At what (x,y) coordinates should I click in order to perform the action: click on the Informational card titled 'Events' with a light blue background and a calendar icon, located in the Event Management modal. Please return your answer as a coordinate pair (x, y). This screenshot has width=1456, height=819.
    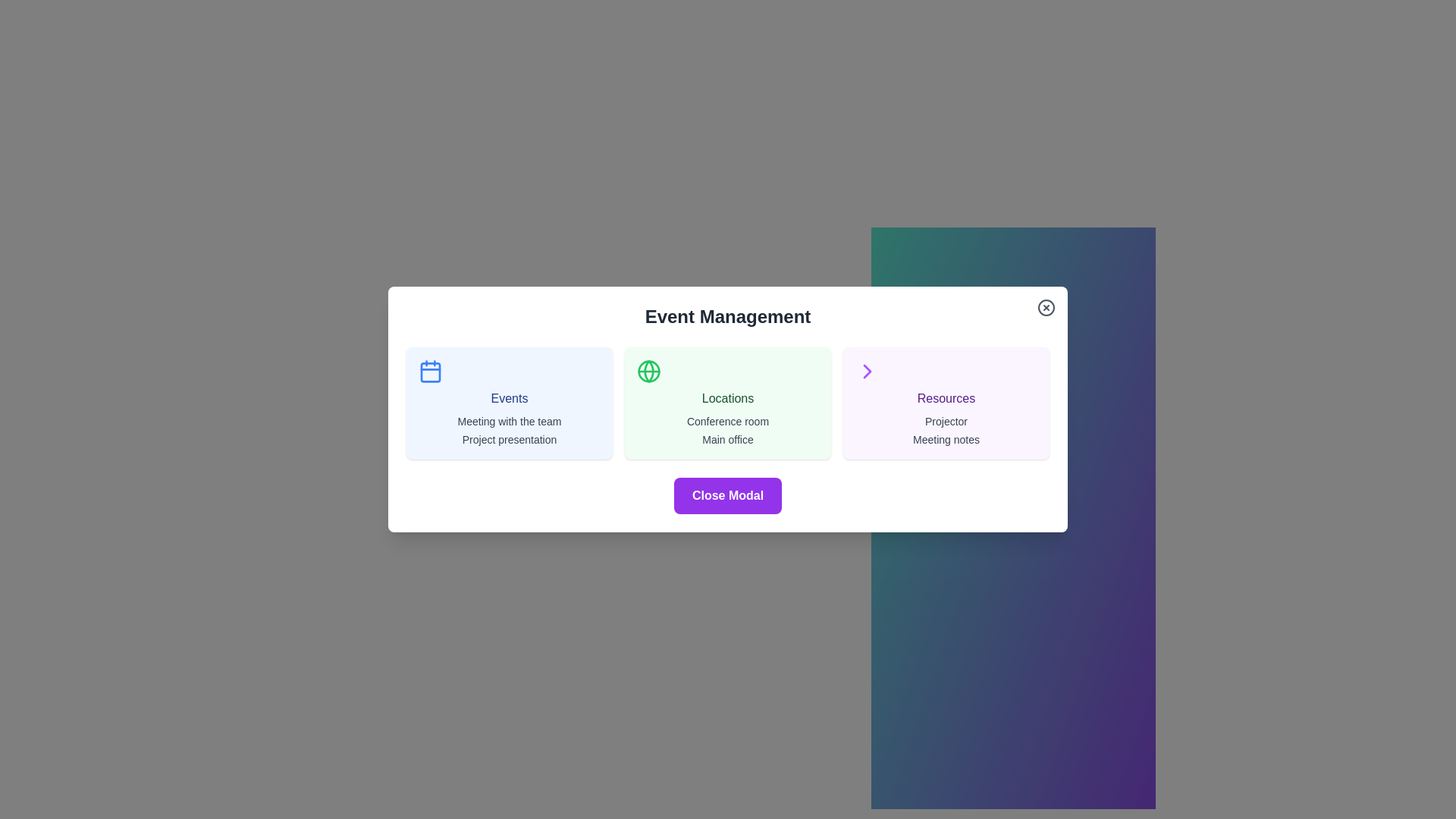
    Looking at the image, I should click on (510, 403).